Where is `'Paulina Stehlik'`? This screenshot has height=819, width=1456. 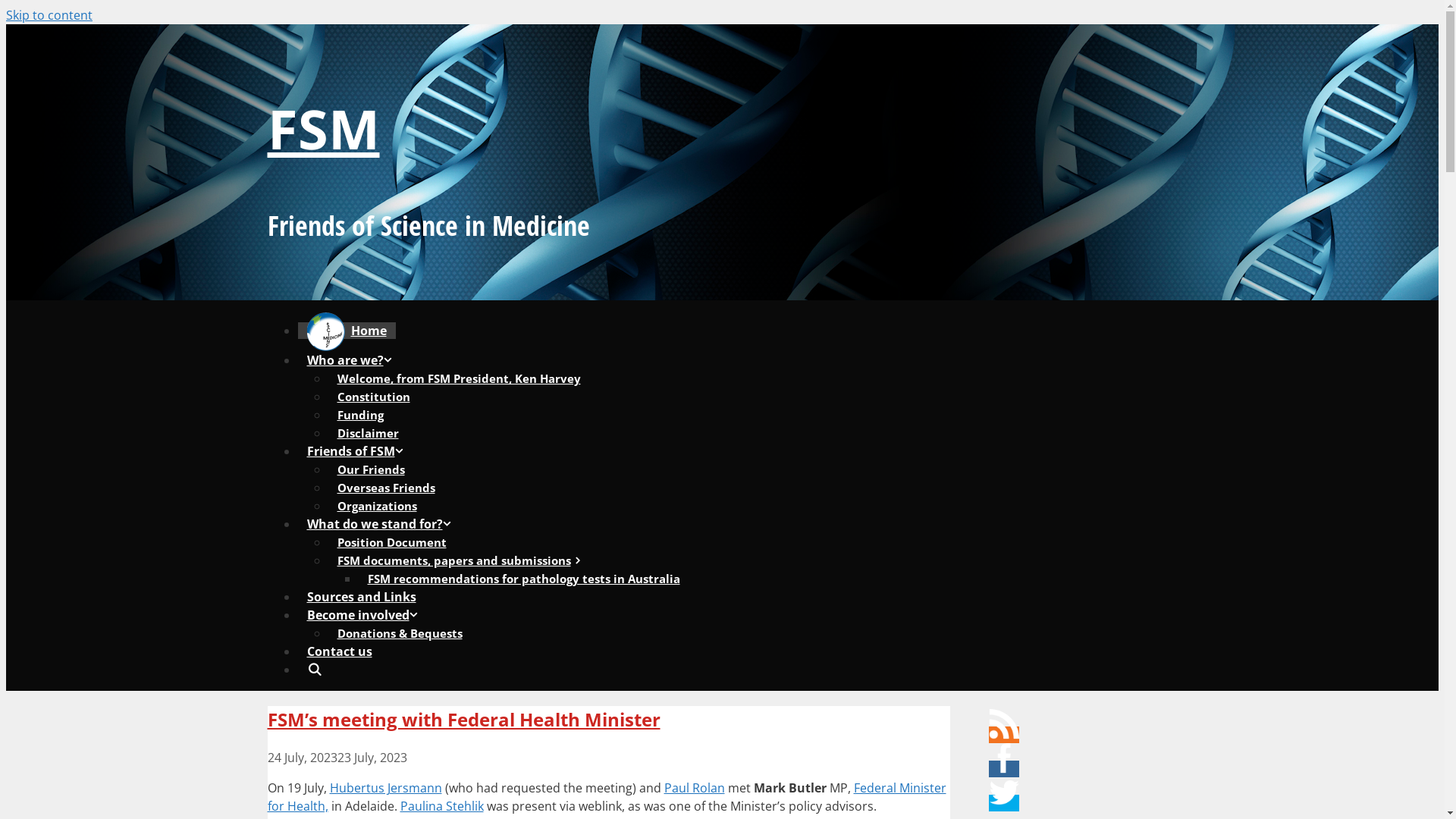 'Paulina Stehlik' is located at coordinates (441, 805).